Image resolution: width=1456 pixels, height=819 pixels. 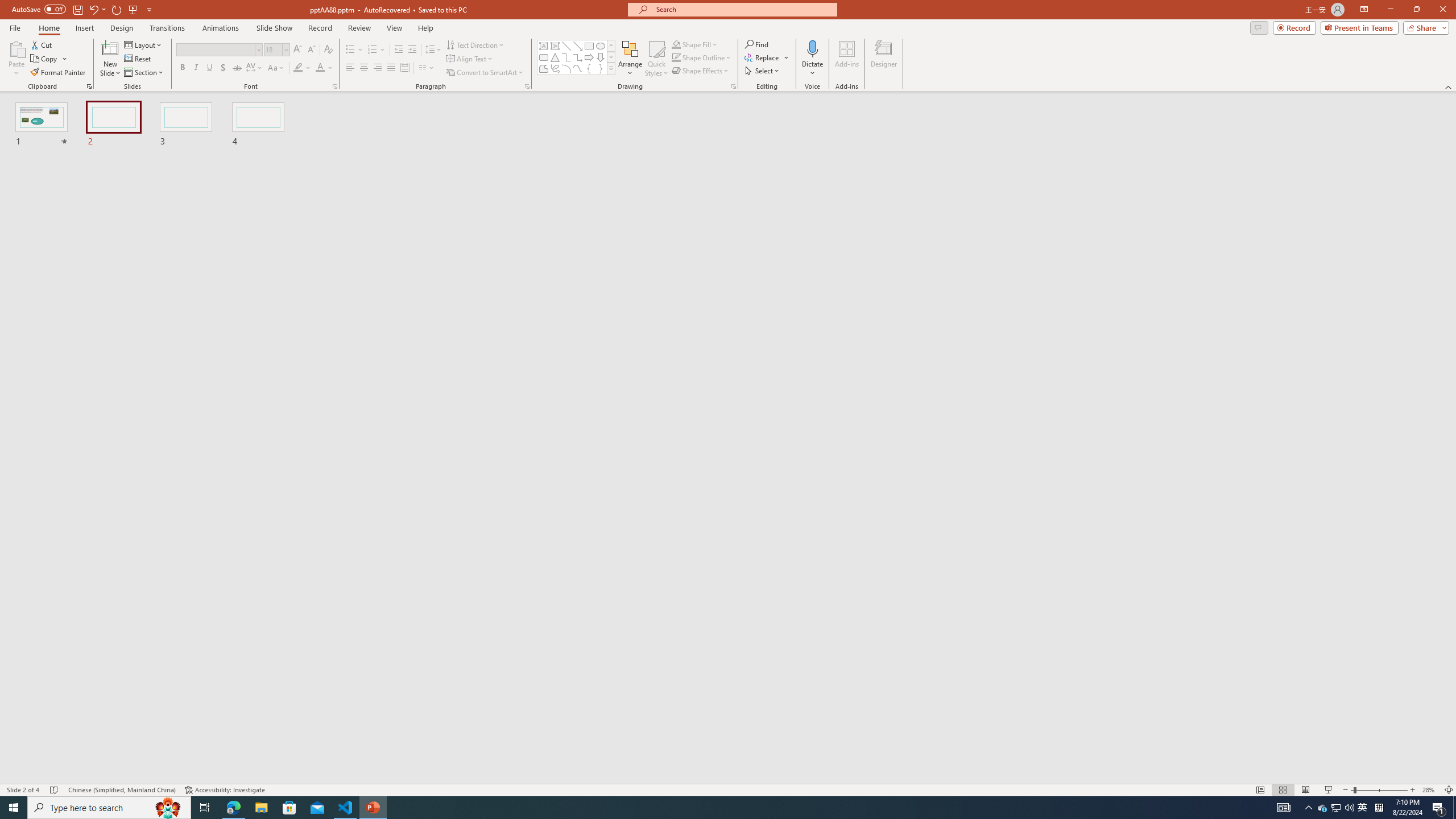 What do you see at coordinates (485, 72) in the screenshot?
I see `'Convert to SmartArt'` at bounding box center [485, 72].